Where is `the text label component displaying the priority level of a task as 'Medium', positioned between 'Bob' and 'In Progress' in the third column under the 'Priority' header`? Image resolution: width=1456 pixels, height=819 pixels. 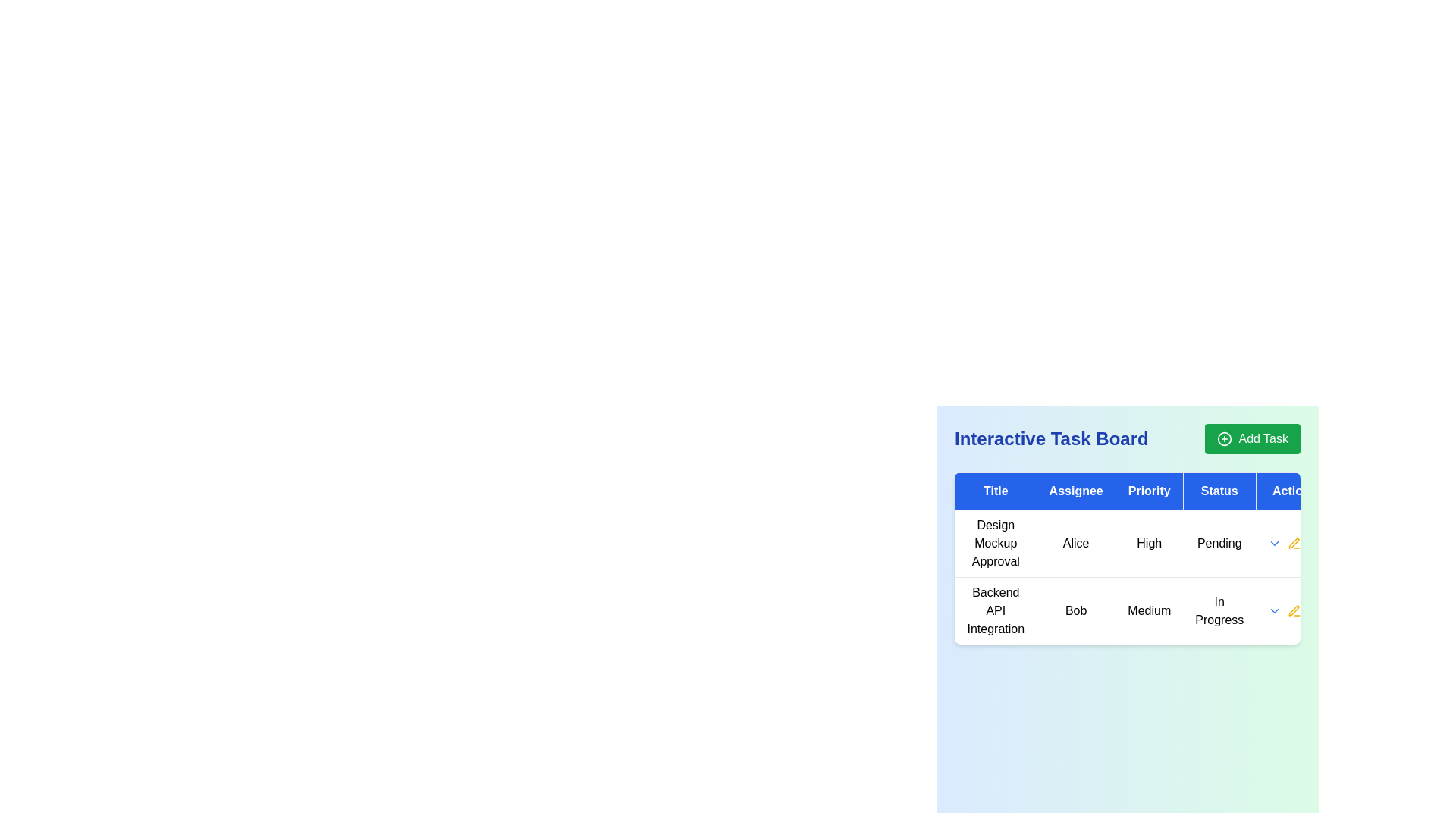 the text label component displaying the priority level of a task as 'Medium', positioned between 'Bob' and 'In Progress' in the third column under the 'Priority' header is located at coordinates (1149, 610).